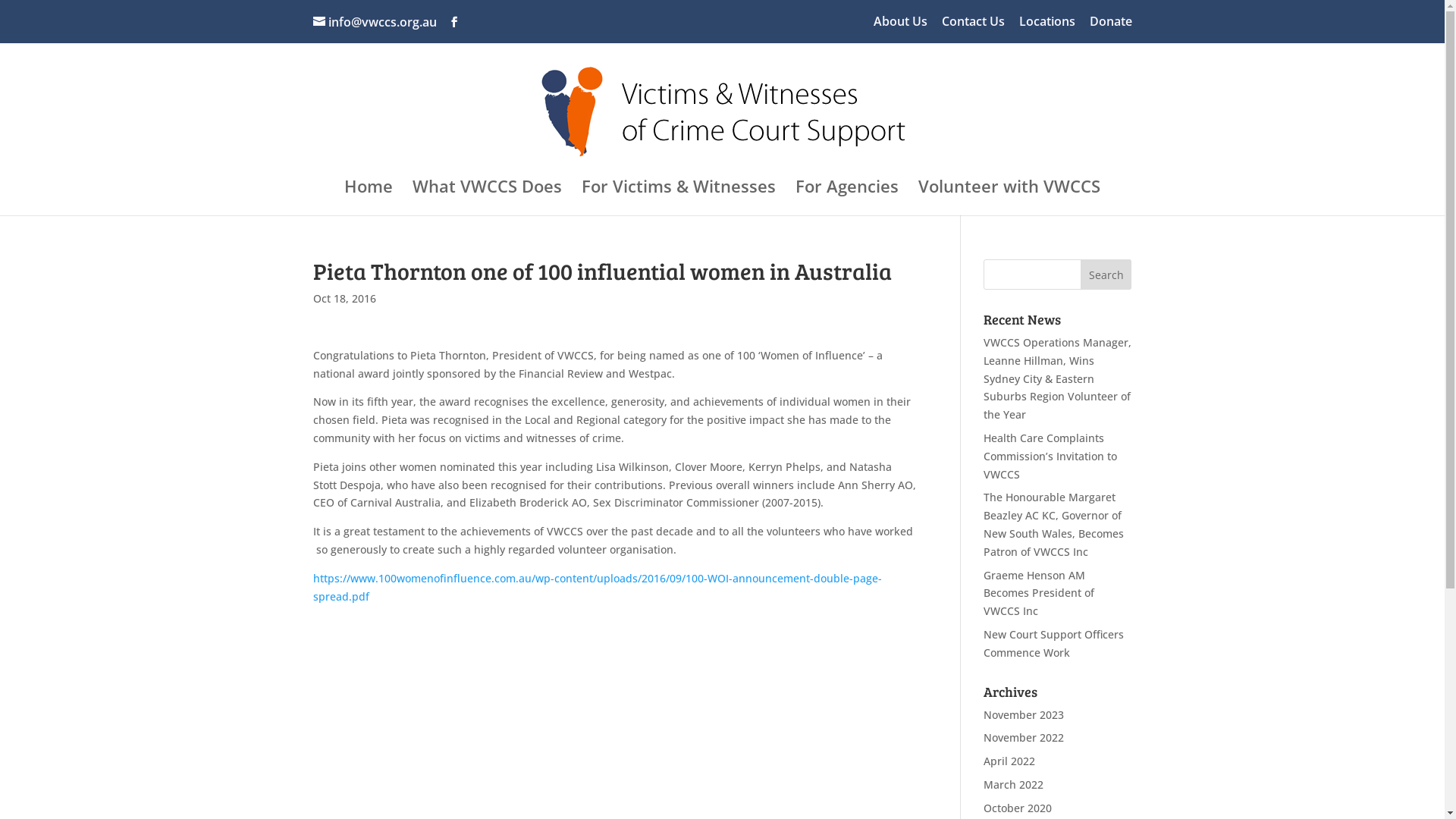 The height and width of the screenshot is (819, 1456). Describe the element at coordinates (1009, 761) in the screenshot. I see `'April 2022'` at that location.